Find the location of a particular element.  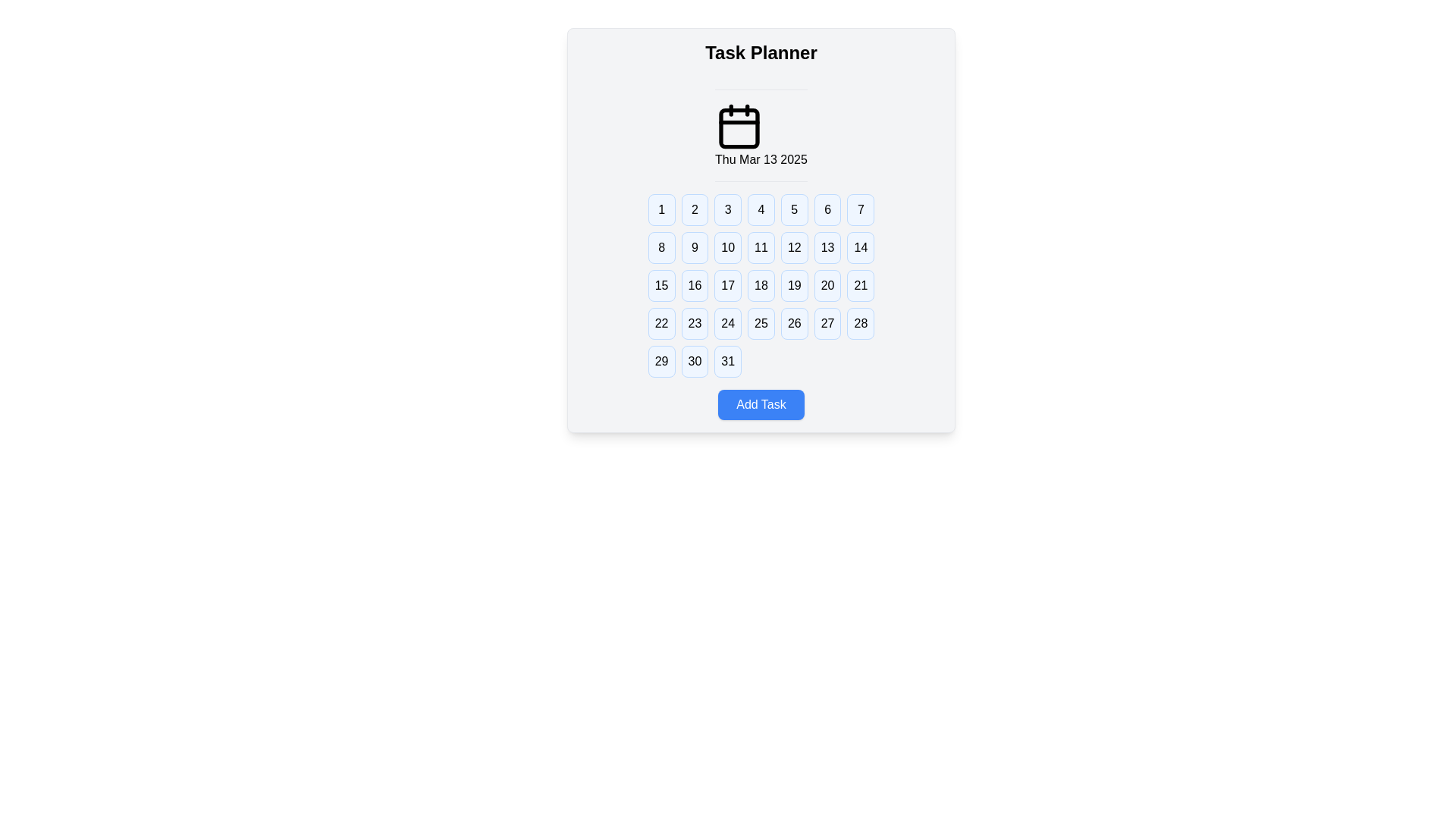

the Calendar Date Element, which is a button-like element with a light blue background and the number '1' in the center, located in the top-left corner of the grid layout is located at coordinates (661, 210).